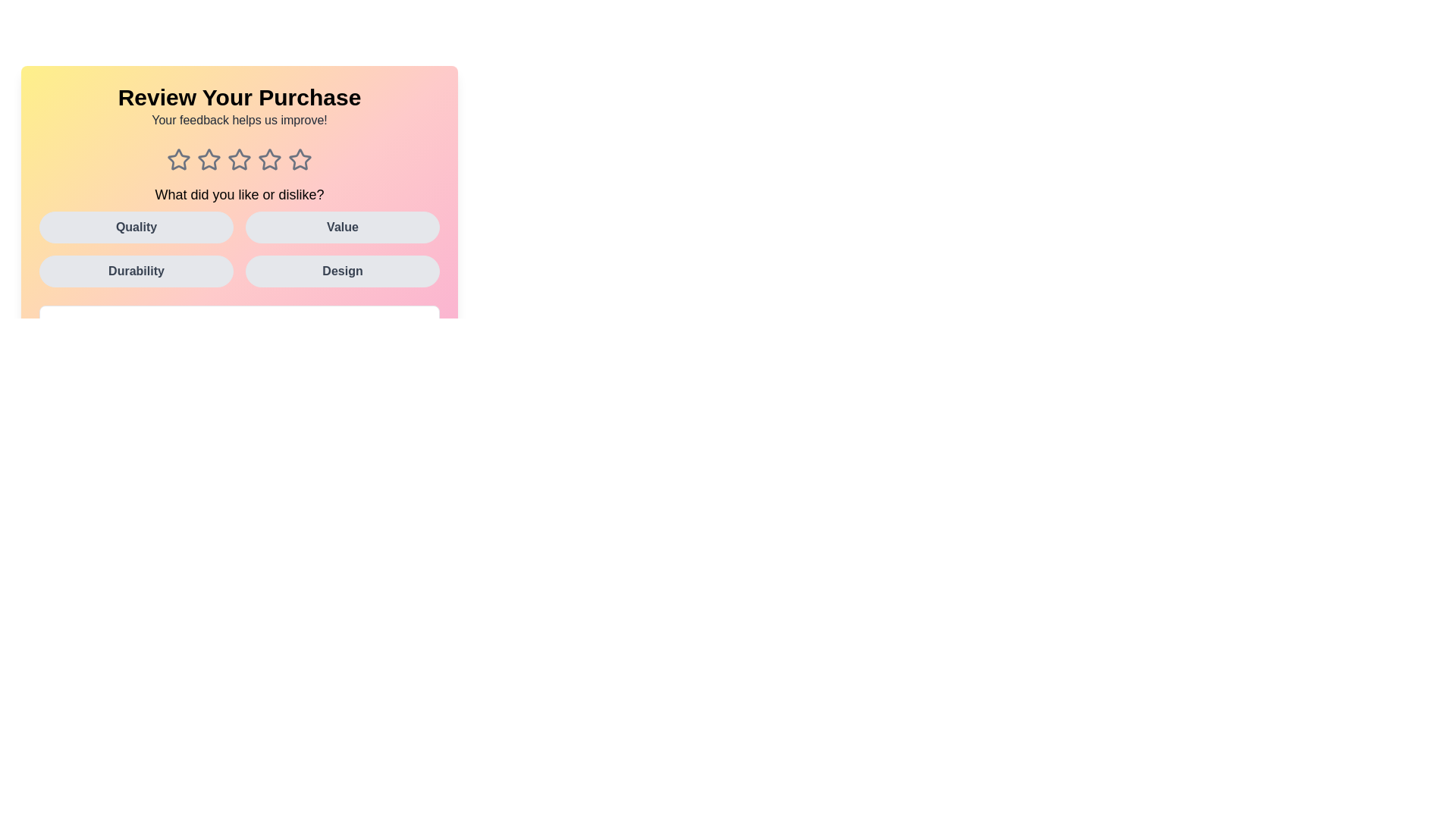 Image resolution: width=1456 pixels, height=819 pixels. What do you see at coordinates (269, 159) in the screenshot?
I see `the third interactive star icon from the left, which is part of a rating system` at bounding box center [269, 159].